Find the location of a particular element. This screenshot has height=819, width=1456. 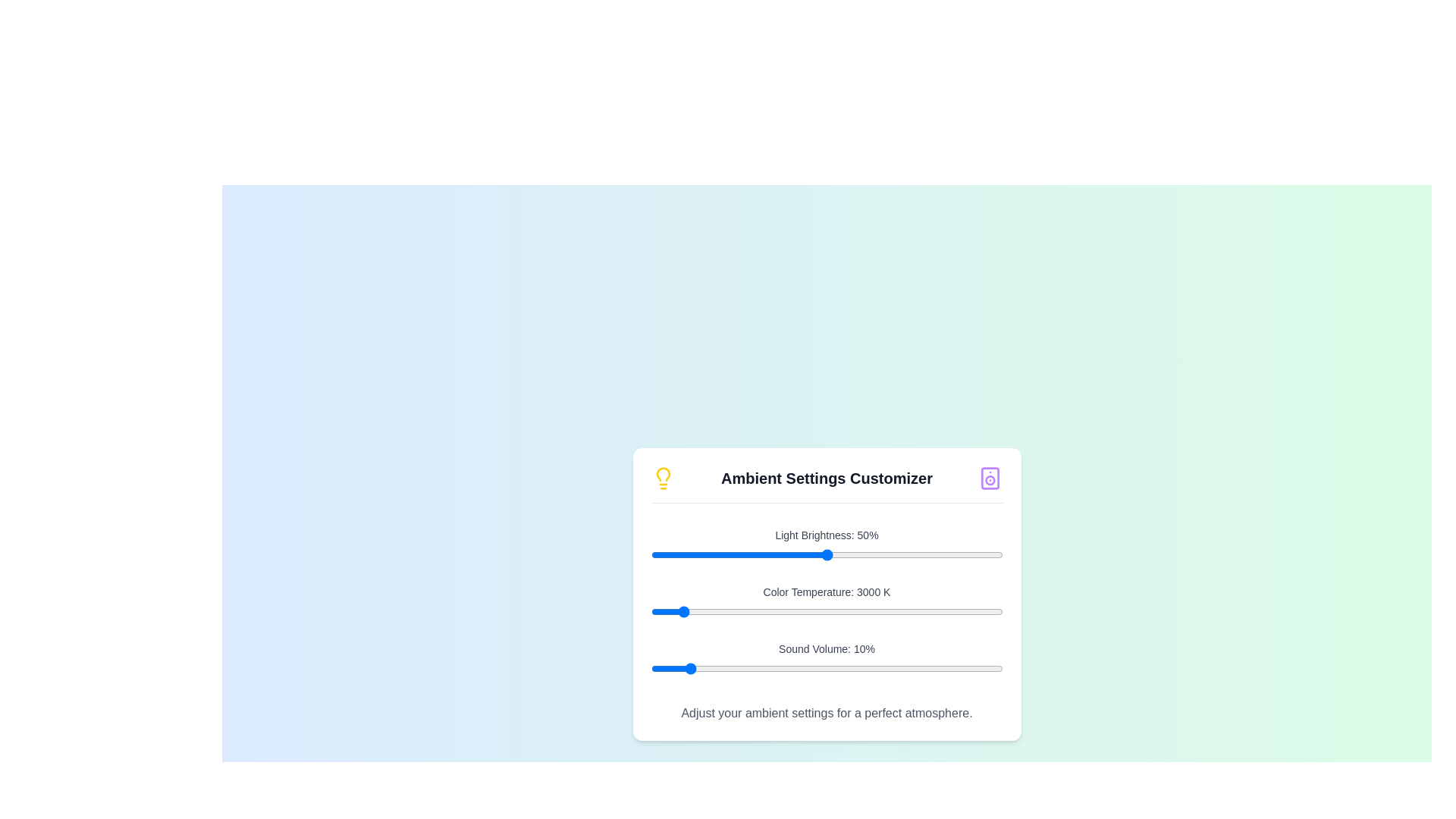

the centered text element that reads 'Adjust your ambient settings for a perfect atmosphere.' styled in gray, located at the bottom of the settings card is located at coordinates (826, 714).